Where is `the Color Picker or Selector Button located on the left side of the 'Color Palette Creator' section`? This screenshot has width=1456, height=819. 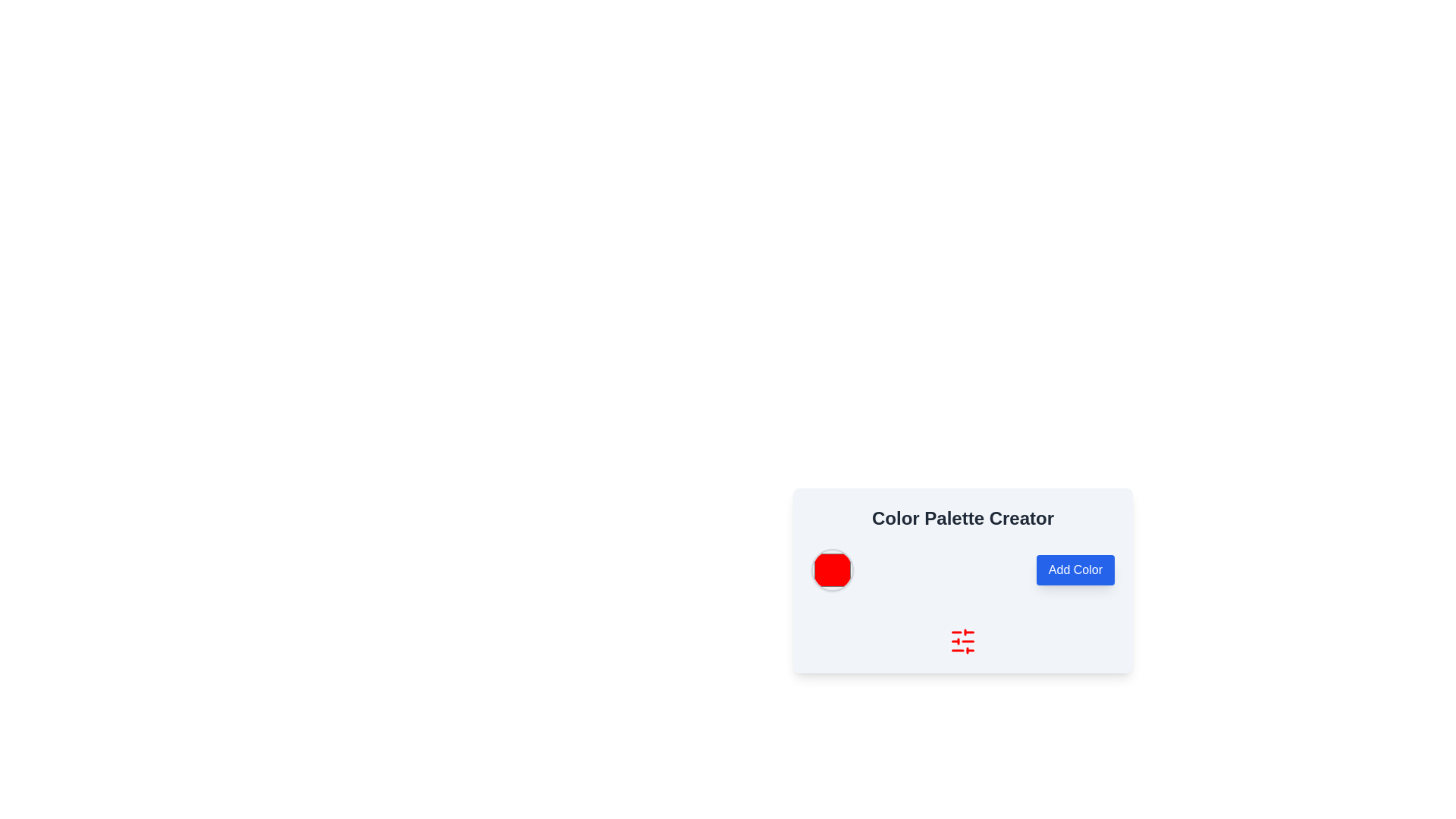
the Color Picker or Selector Button located on the left side of the 'Color Palette Creator' section is located at coordinates (832, 570).